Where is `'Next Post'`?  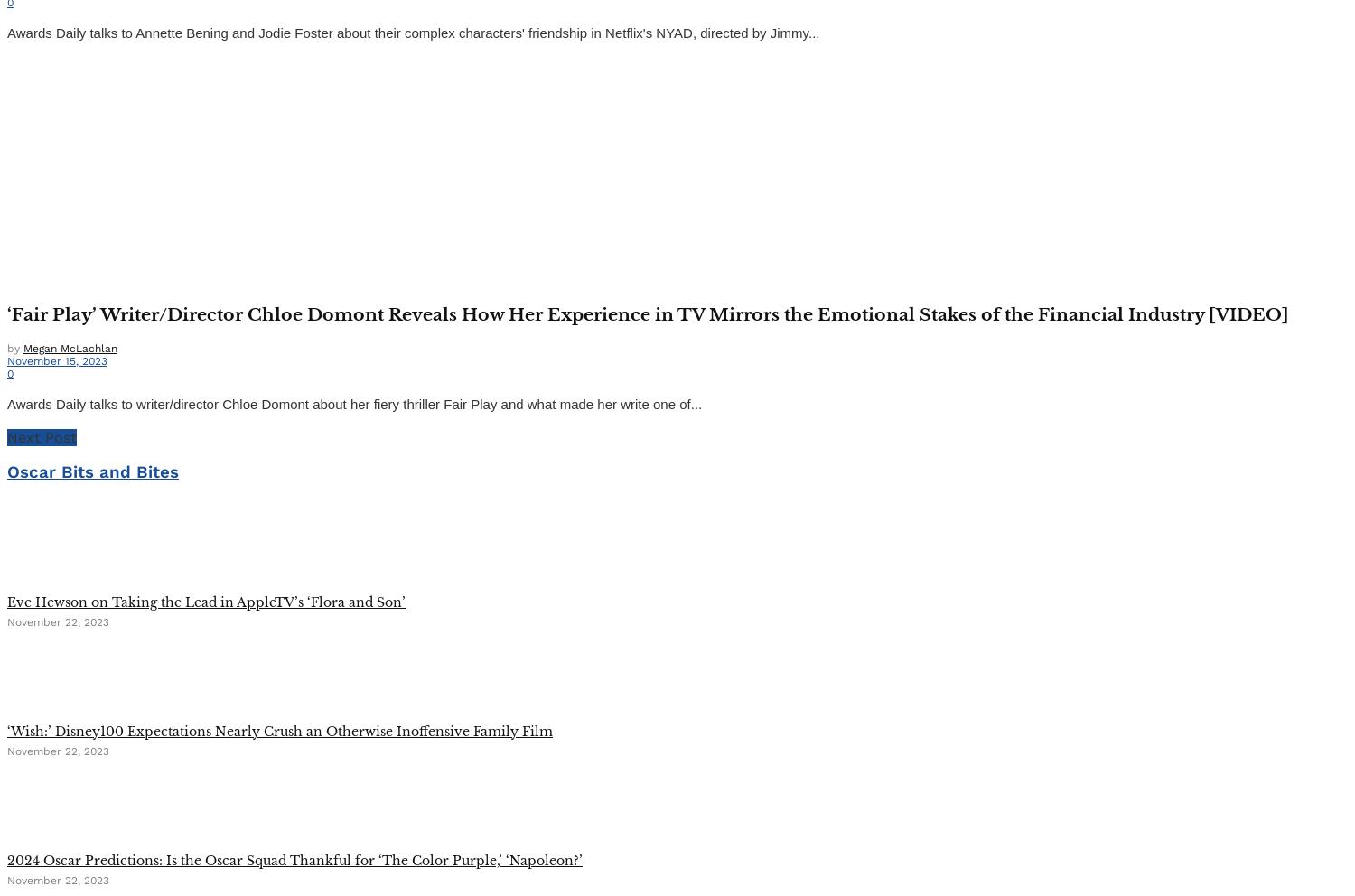
'Next Post' is located at coordinates (42, 436).